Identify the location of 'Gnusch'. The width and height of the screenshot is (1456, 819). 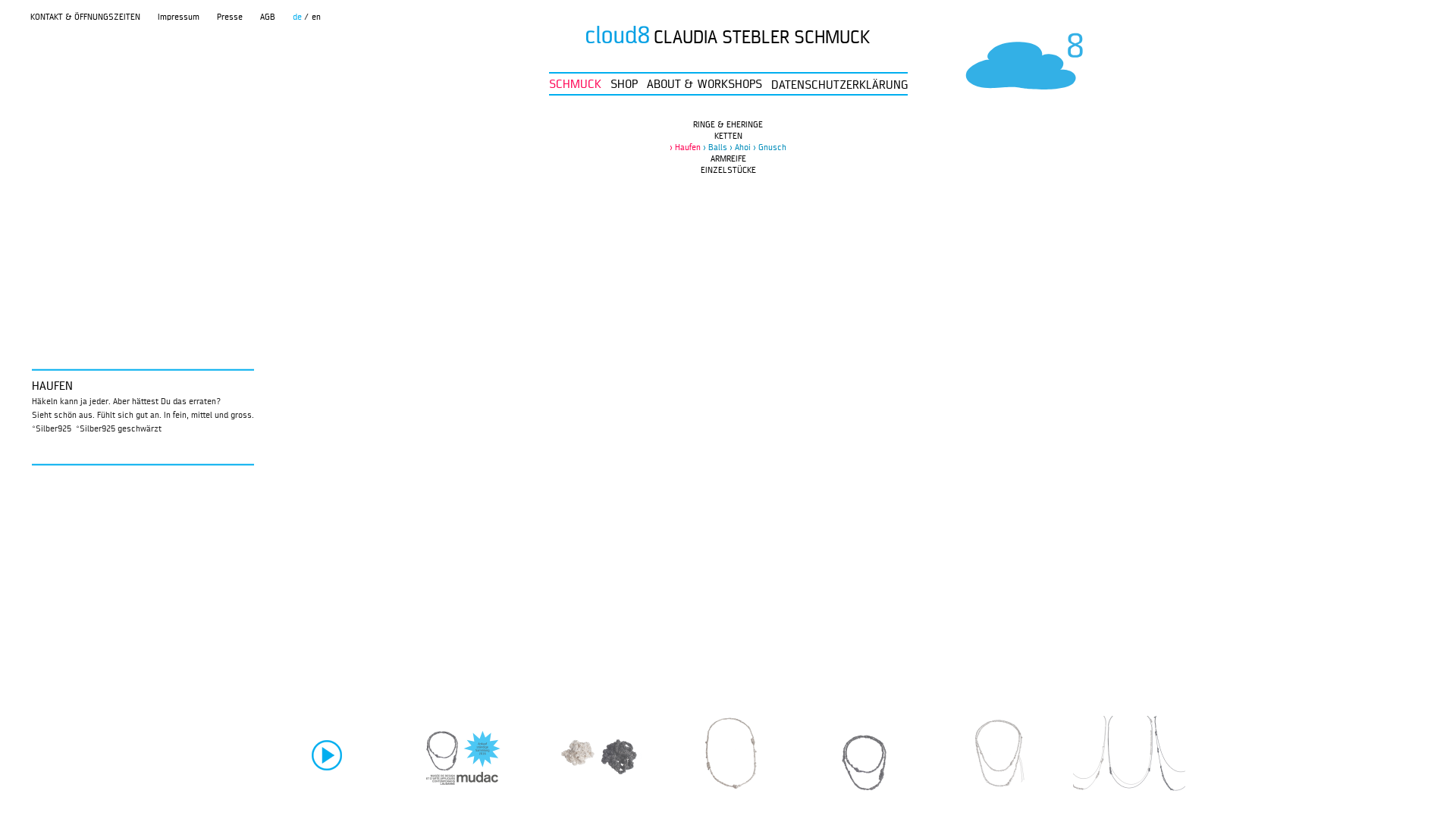
(769, 148).